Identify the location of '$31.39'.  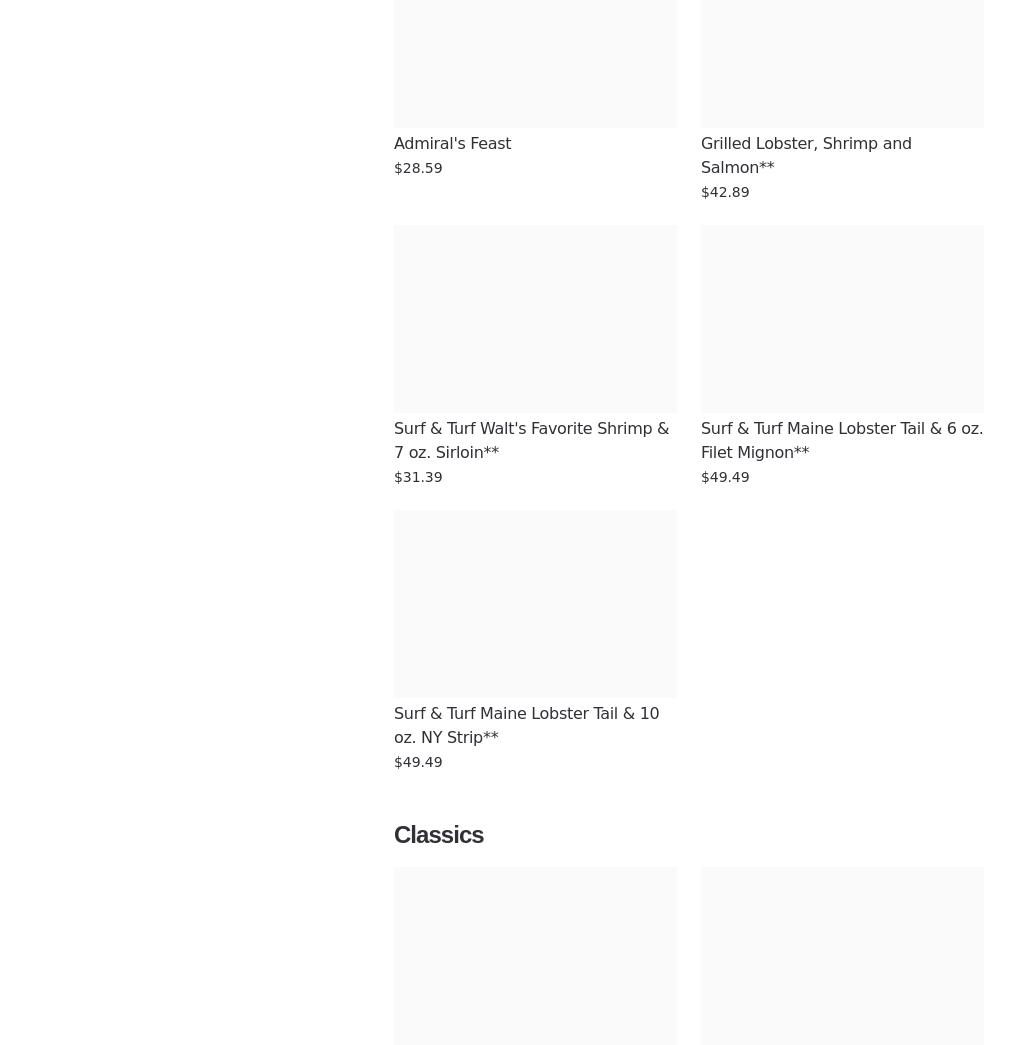
(416, 476).